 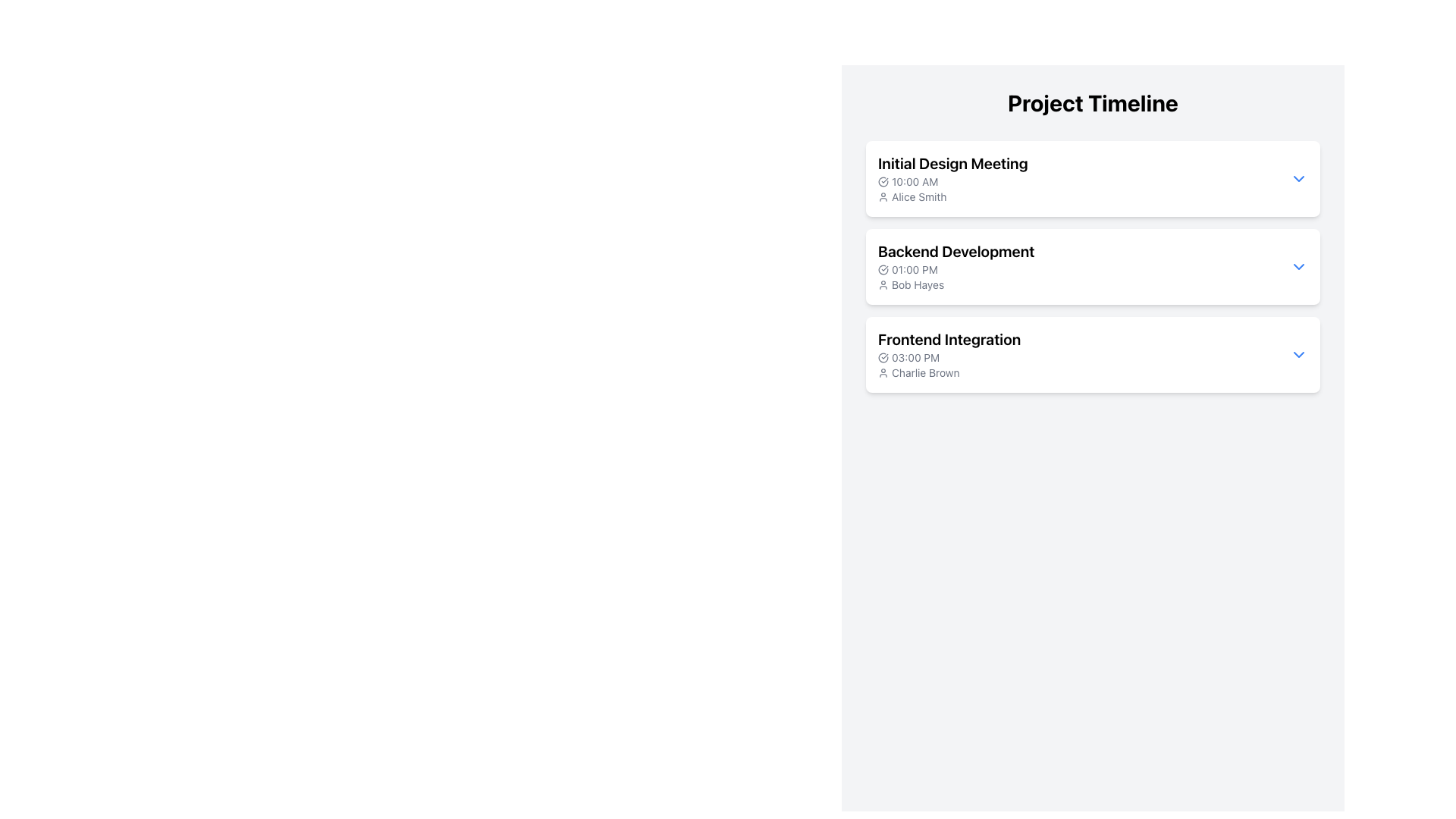 What do you see at coordinates (883, 357) in the screenshot?
I see `the small circular icon with a checkmark inside it, located to the left of the '03:00 PM' text in the 'Frontend Integration' section of the project timeline` at bounding box center [883, 357].